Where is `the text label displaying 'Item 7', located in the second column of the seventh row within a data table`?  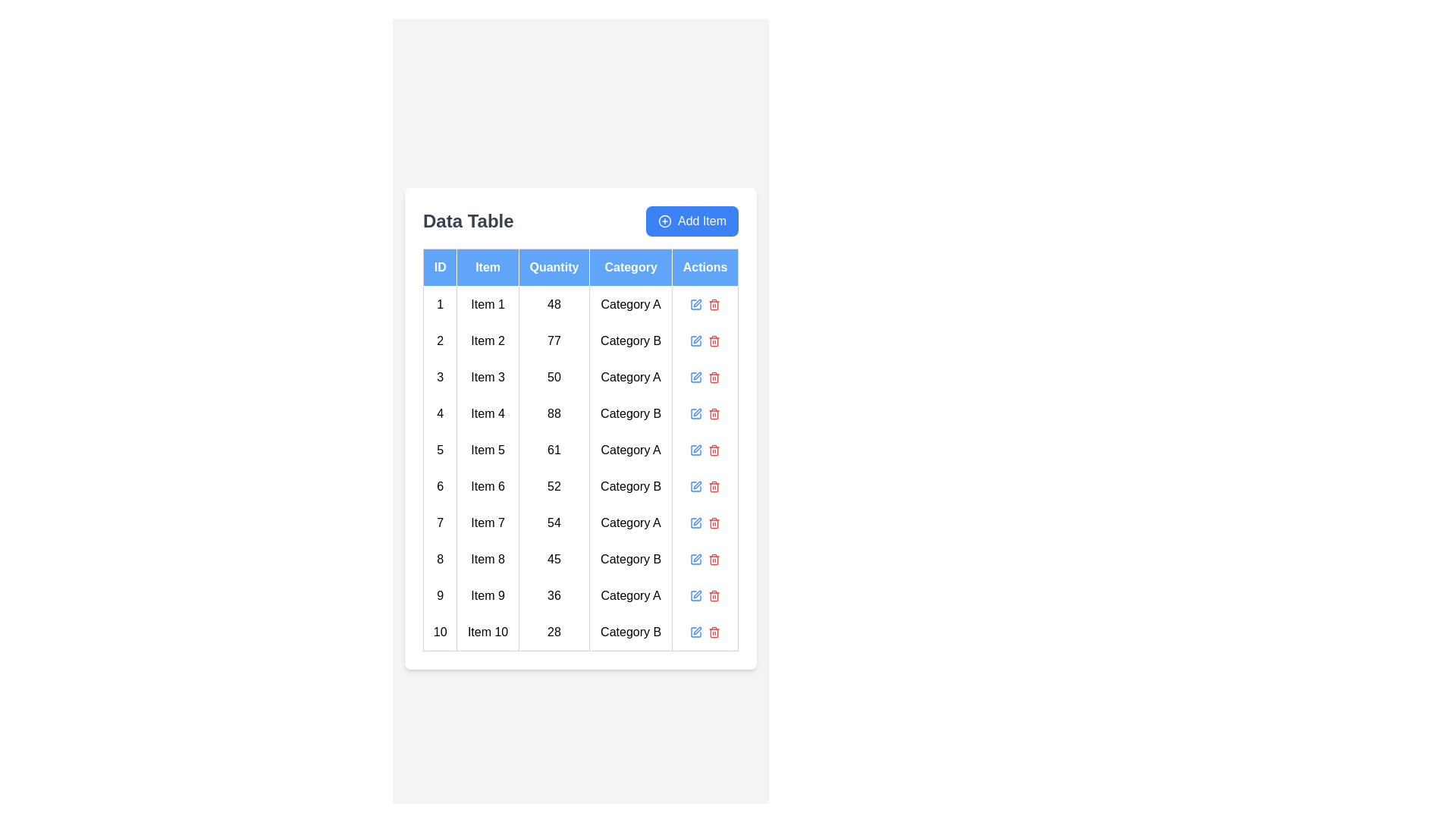
the text label displaying 'Item 7', located in the second column of the seventh row within a data table is located at coordinates (488, 522).